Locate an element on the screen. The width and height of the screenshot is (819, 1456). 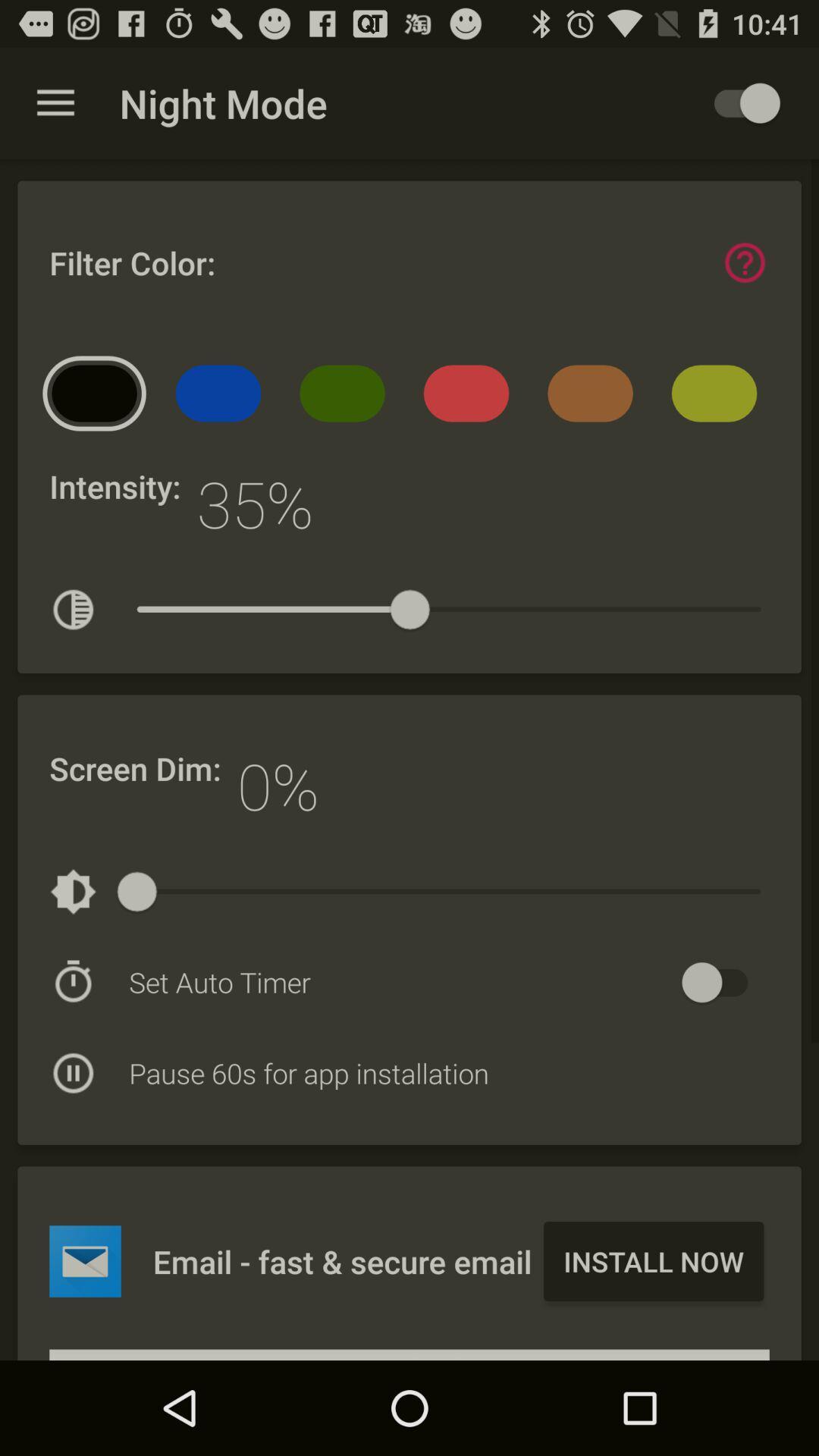
open email app is located at coordinates (85, 1261).